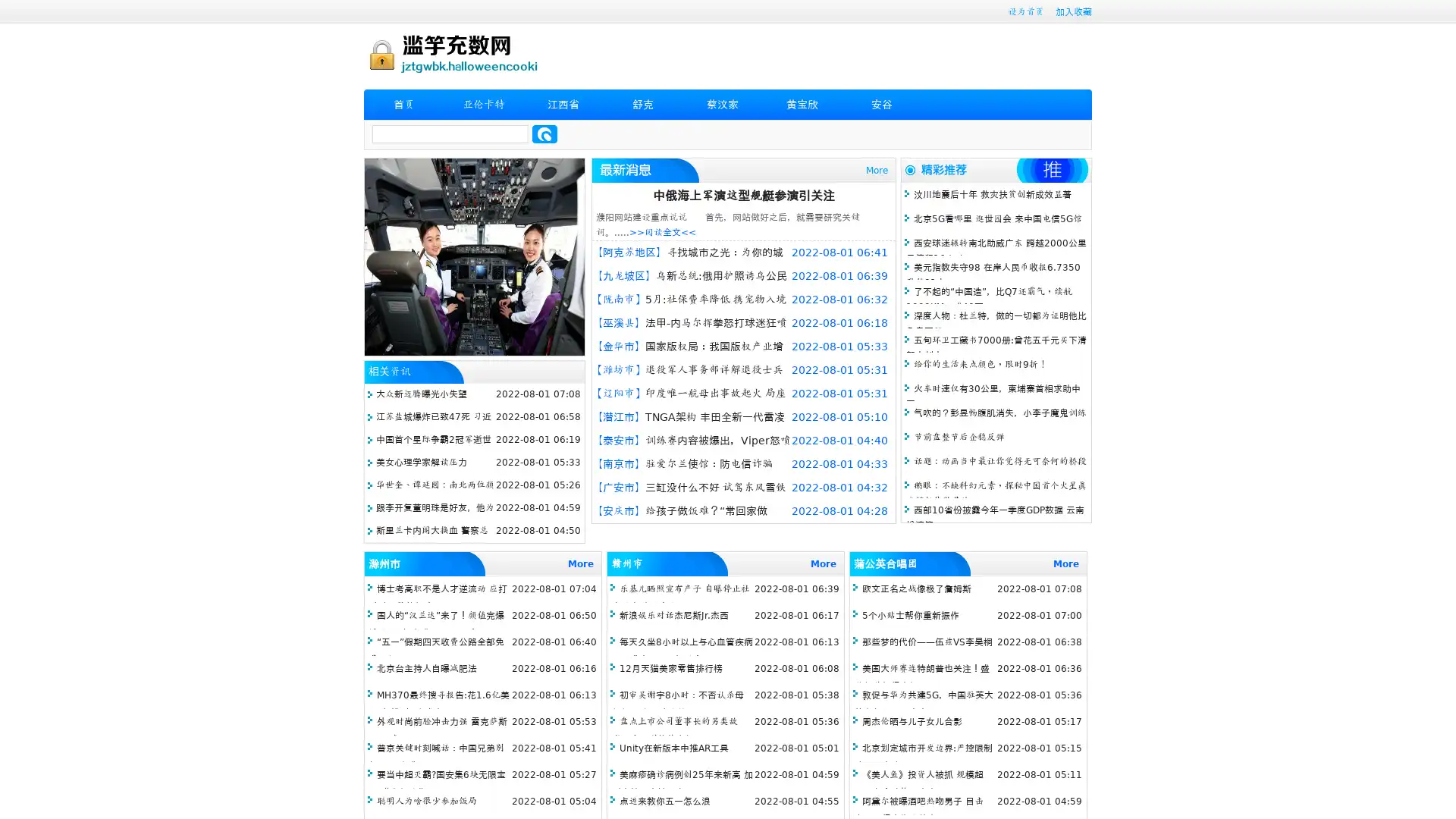  I want to click on Search, so click(544, 133).